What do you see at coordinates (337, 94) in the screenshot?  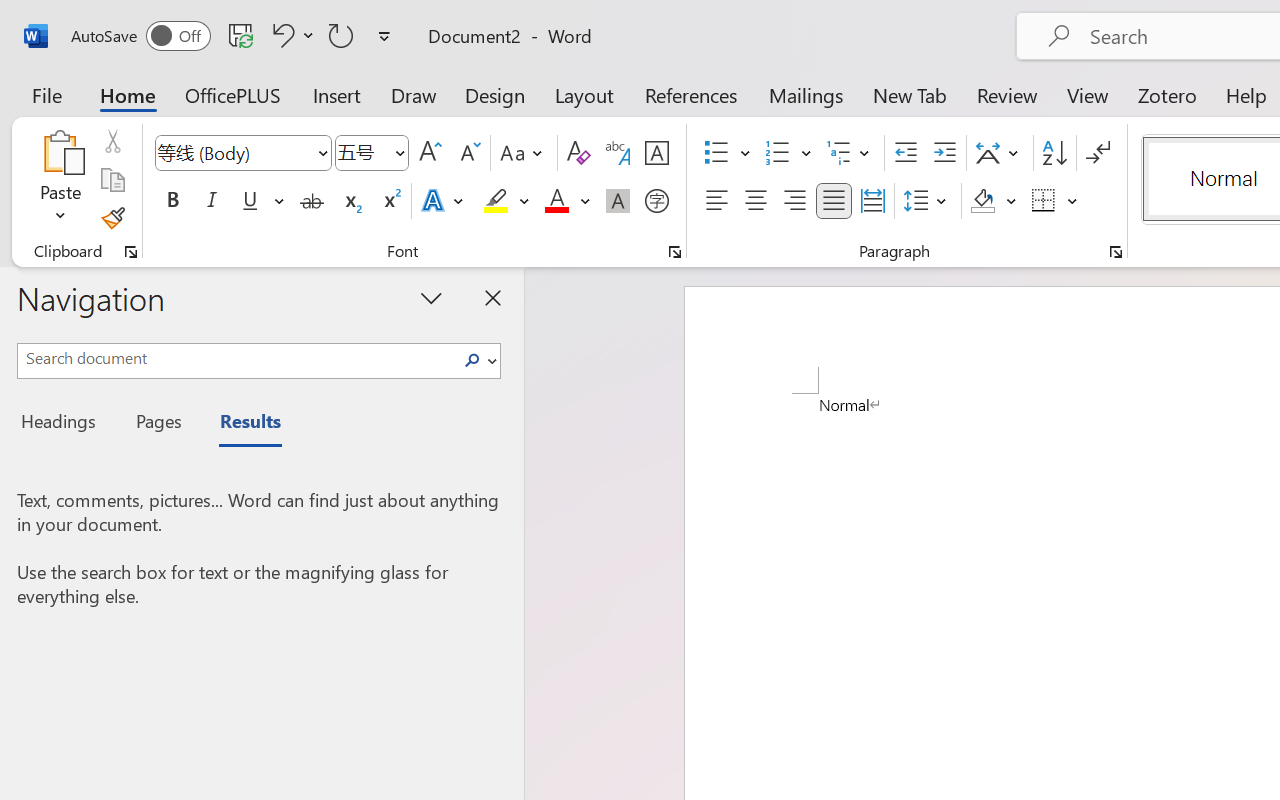 I see `'Insert'` at bounding box center [337, 94].